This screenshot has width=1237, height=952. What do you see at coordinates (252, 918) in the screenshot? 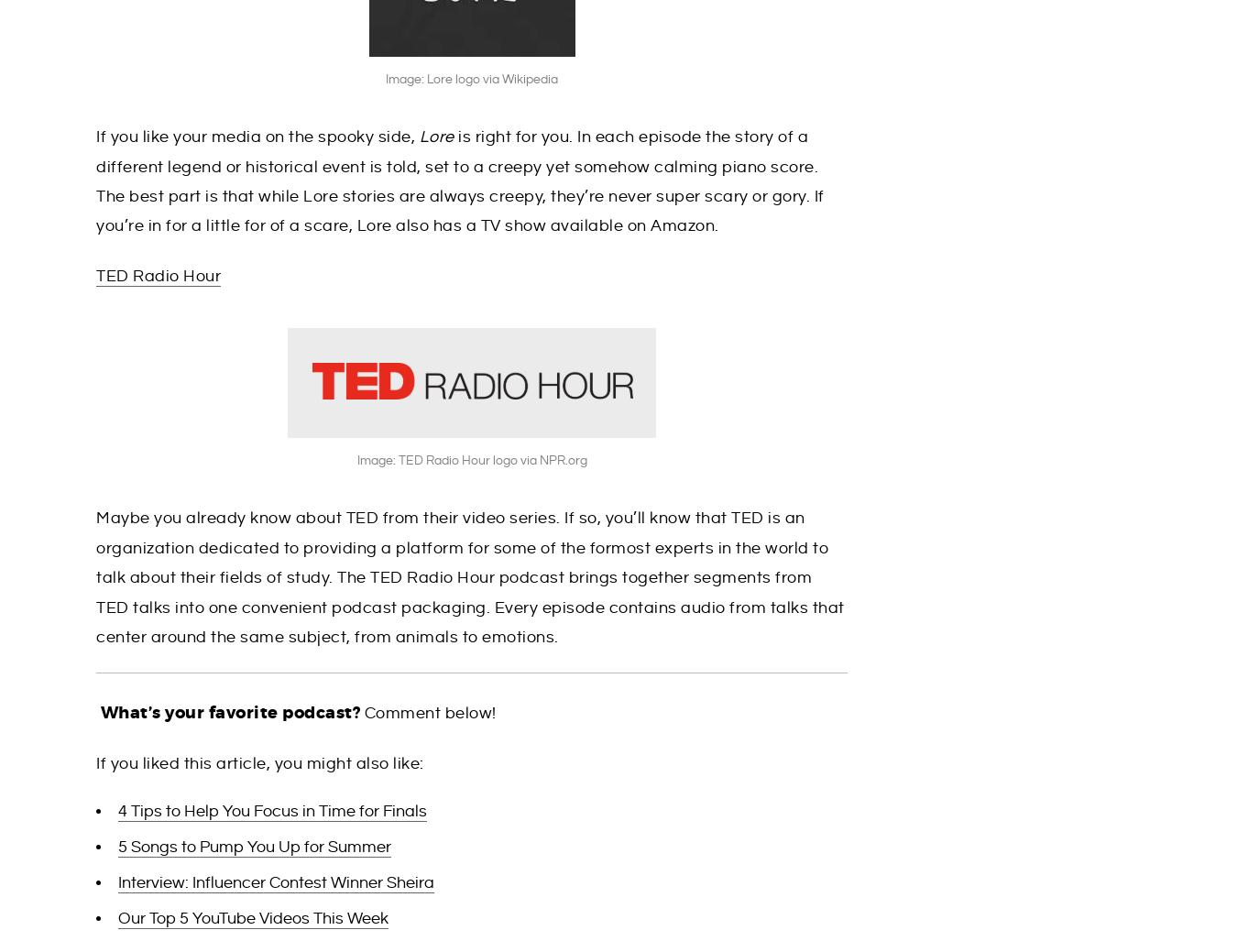
I see `'Our Top 5 YouTube Videos This Week'` at bounding box center [252, 918].